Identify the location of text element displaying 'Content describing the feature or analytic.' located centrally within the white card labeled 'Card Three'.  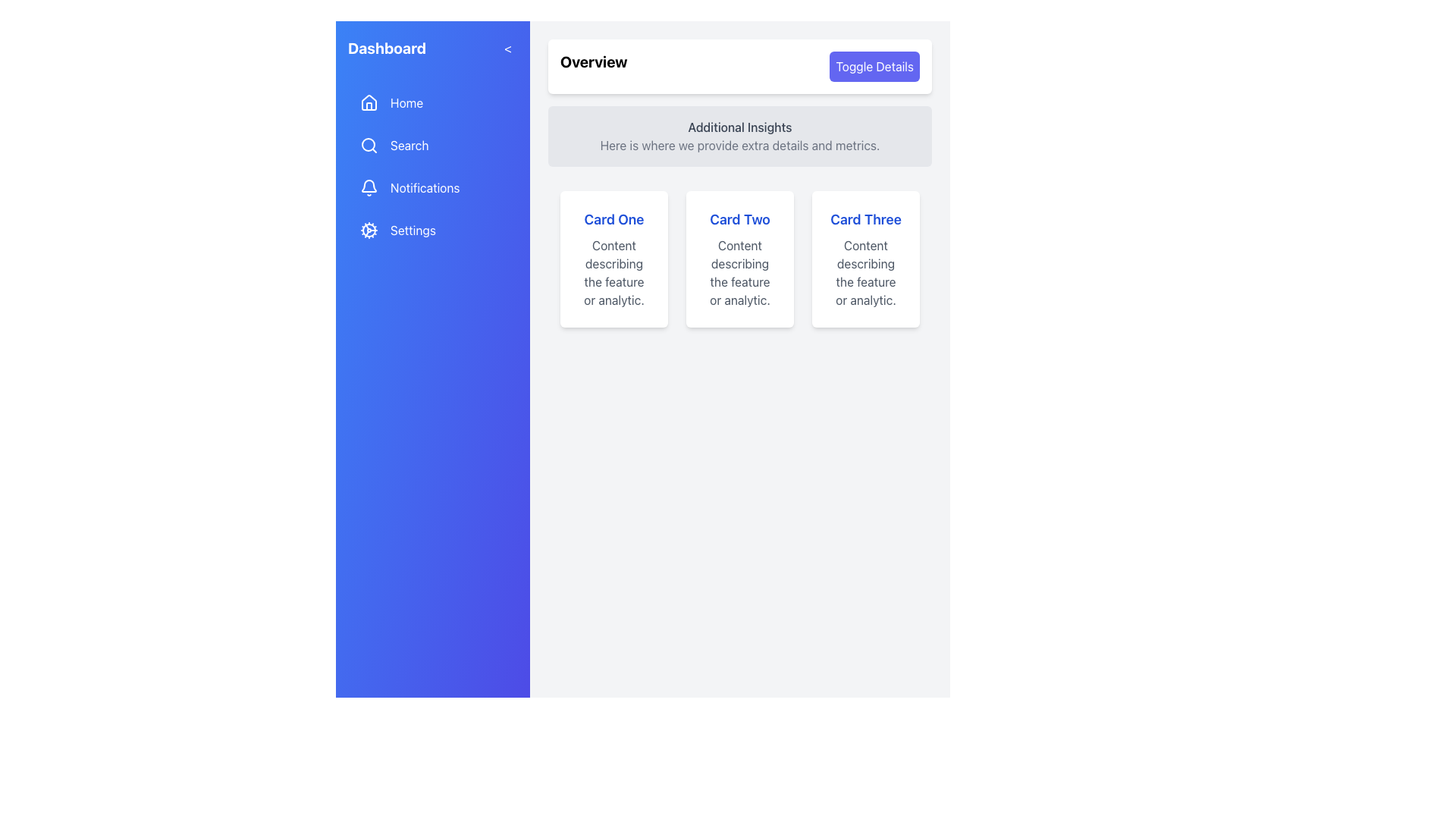
(866, 271).